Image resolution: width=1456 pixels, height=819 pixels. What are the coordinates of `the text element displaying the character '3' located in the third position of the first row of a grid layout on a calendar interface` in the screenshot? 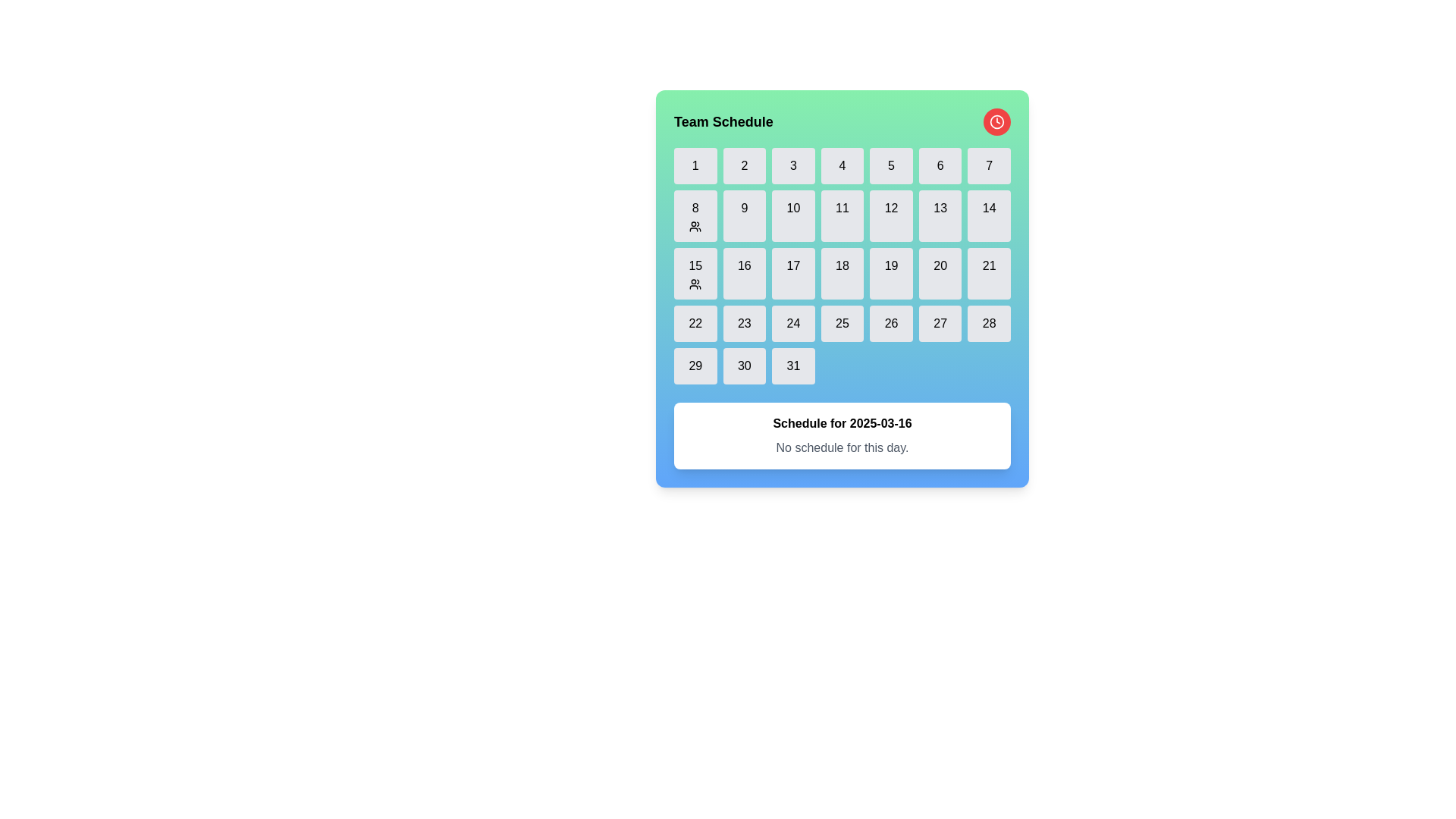 It's located at (792, 166).